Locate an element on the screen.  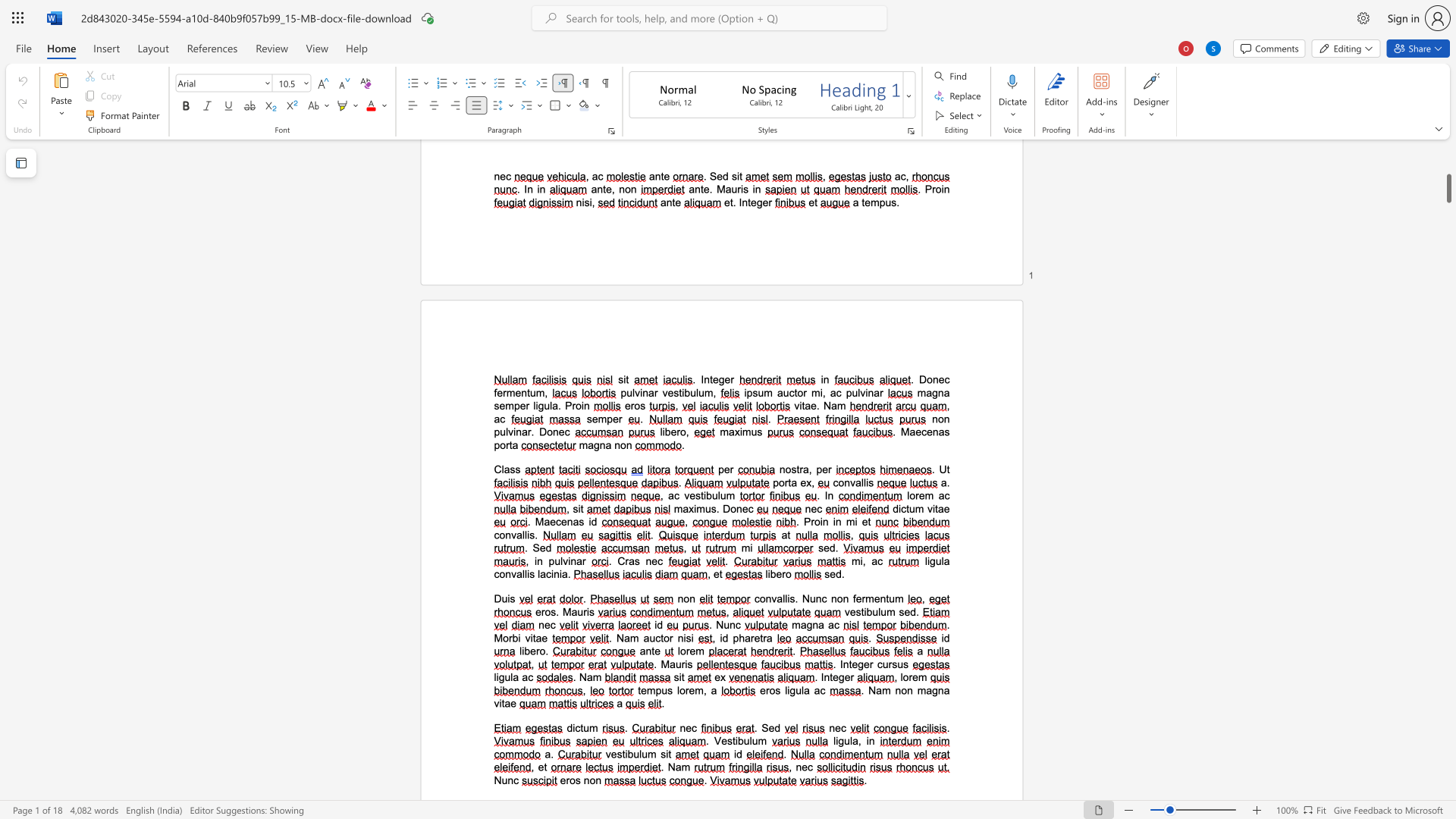
the space between the continuous character "l" and "l" in the text is located at coordinates (863, 482).